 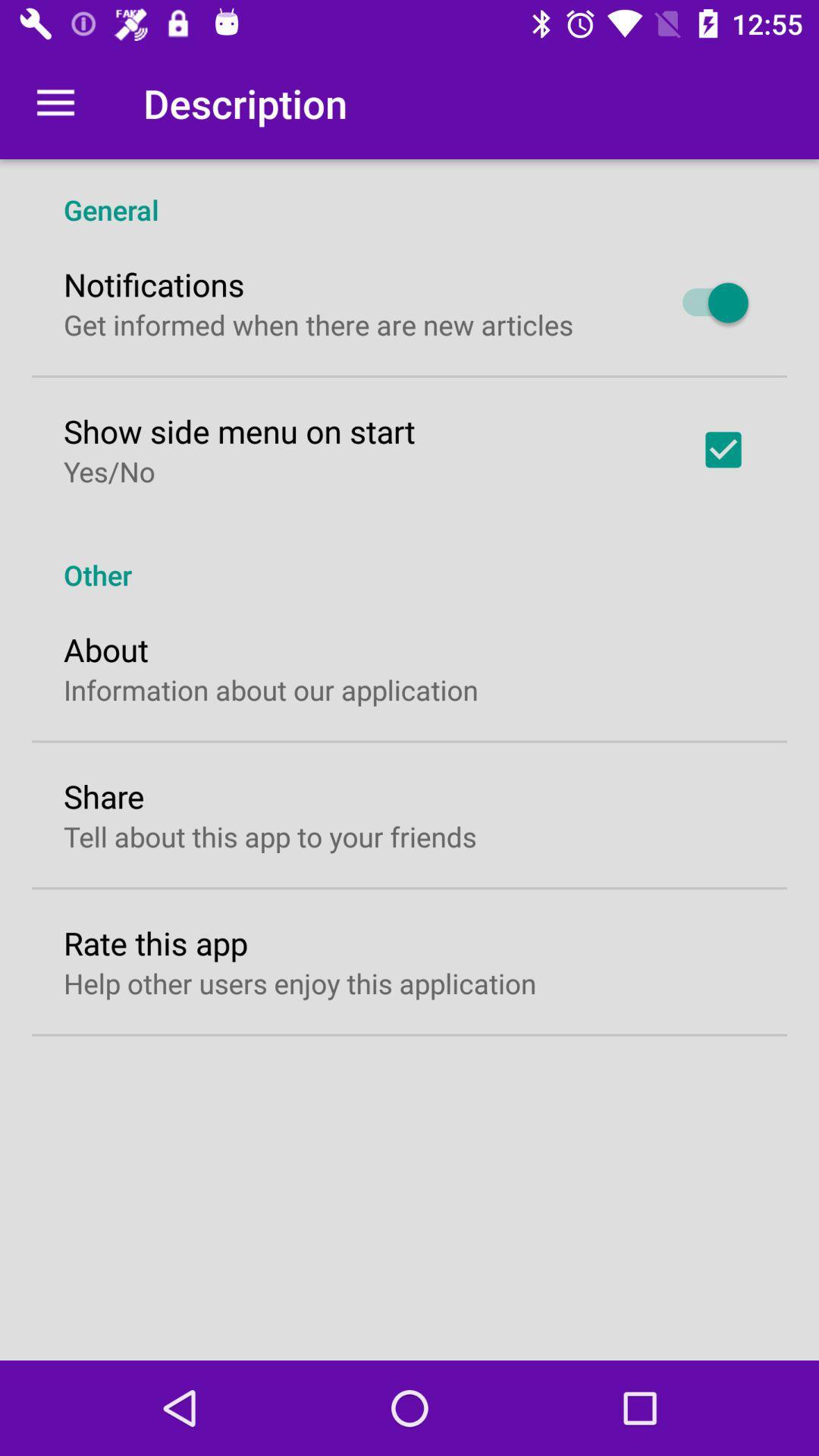 What do you see at coordinates (300, 983) in the screenshot?
I see `icon below rate this app` at bounding box center [300, 983].